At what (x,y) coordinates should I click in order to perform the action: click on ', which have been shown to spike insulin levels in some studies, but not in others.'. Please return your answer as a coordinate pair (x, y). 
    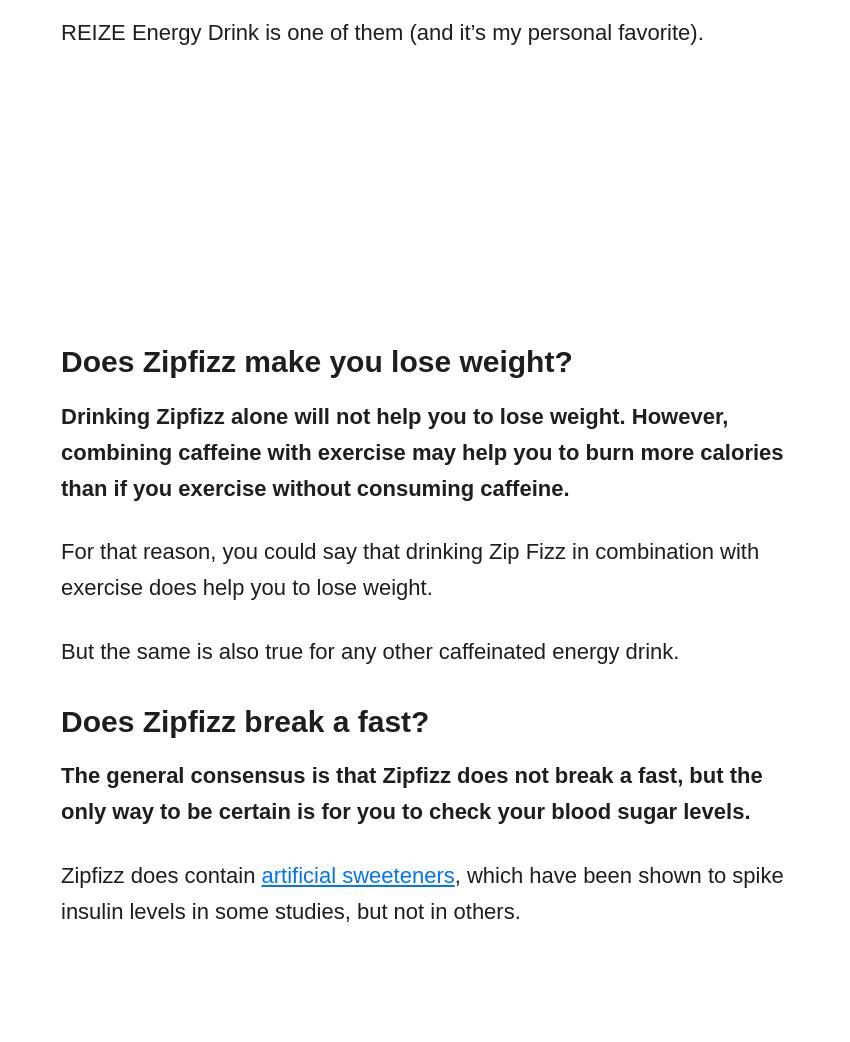
    Looking at the image, I should click on (422, 891).